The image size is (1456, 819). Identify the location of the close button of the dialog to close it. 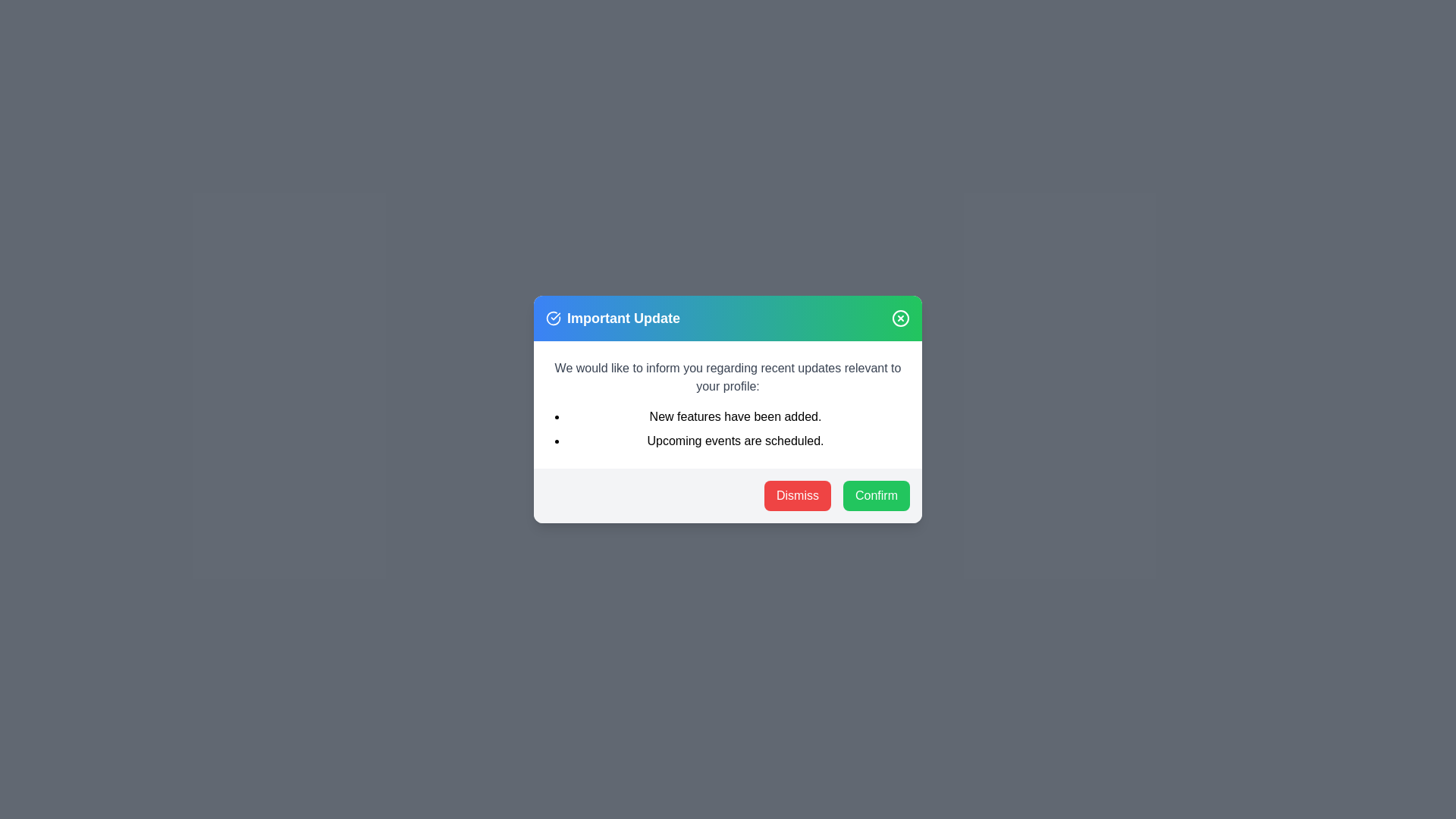
(901, 318).